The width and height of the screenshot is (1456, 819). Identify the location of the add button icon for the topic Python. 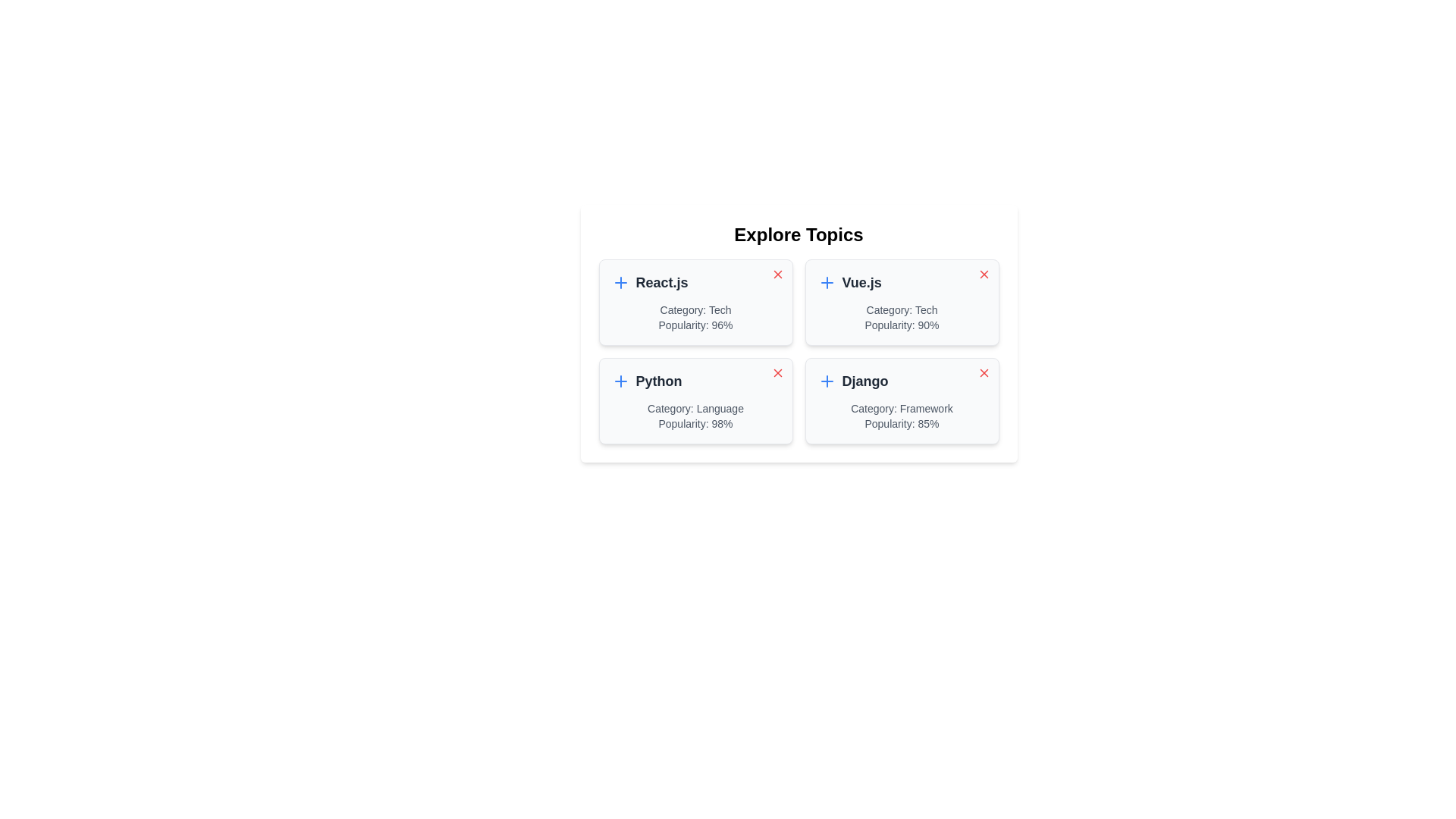
(620, 380).